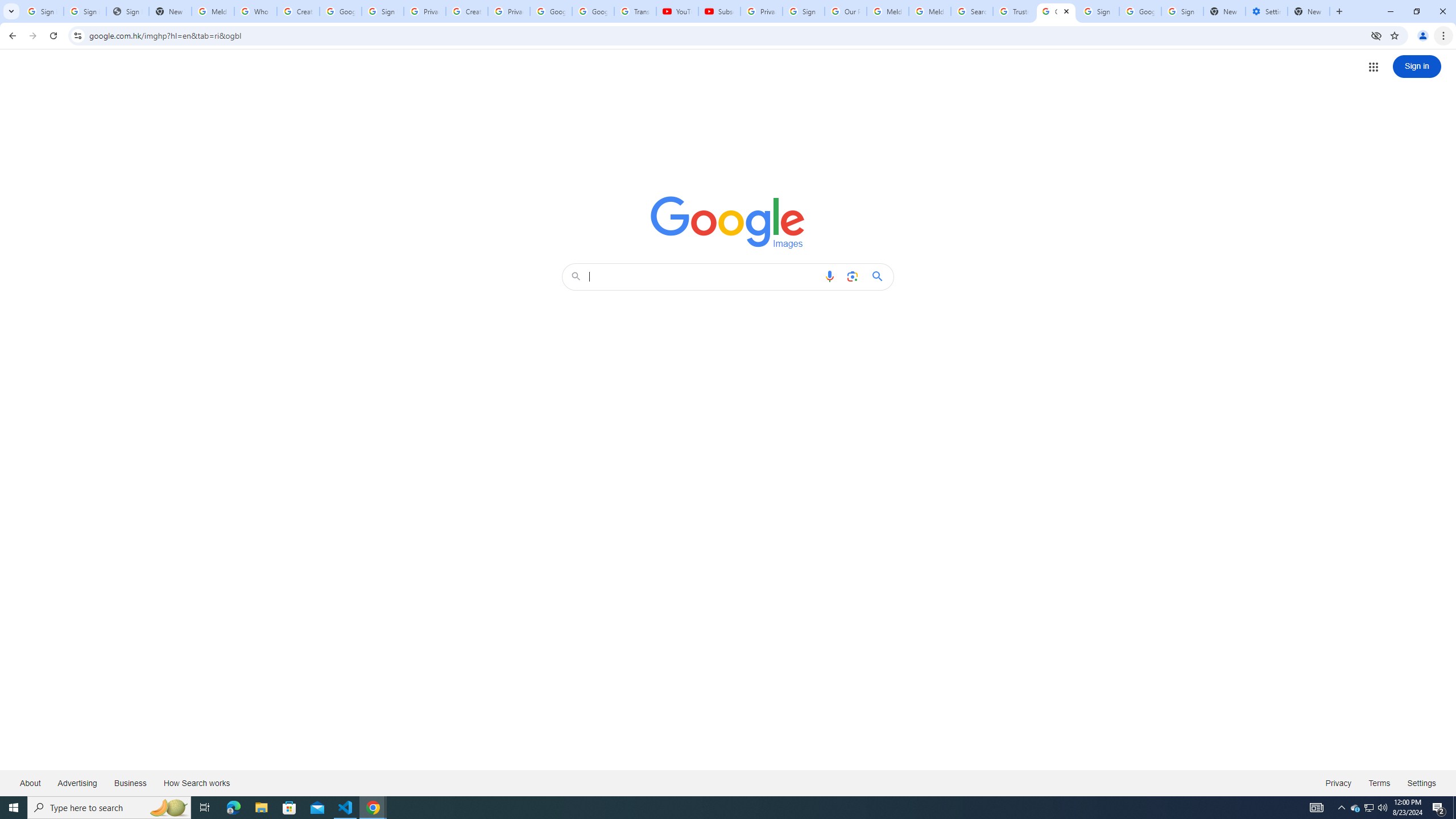  I want to click on 'Settings - Addresses and more', so click(1266, 11).